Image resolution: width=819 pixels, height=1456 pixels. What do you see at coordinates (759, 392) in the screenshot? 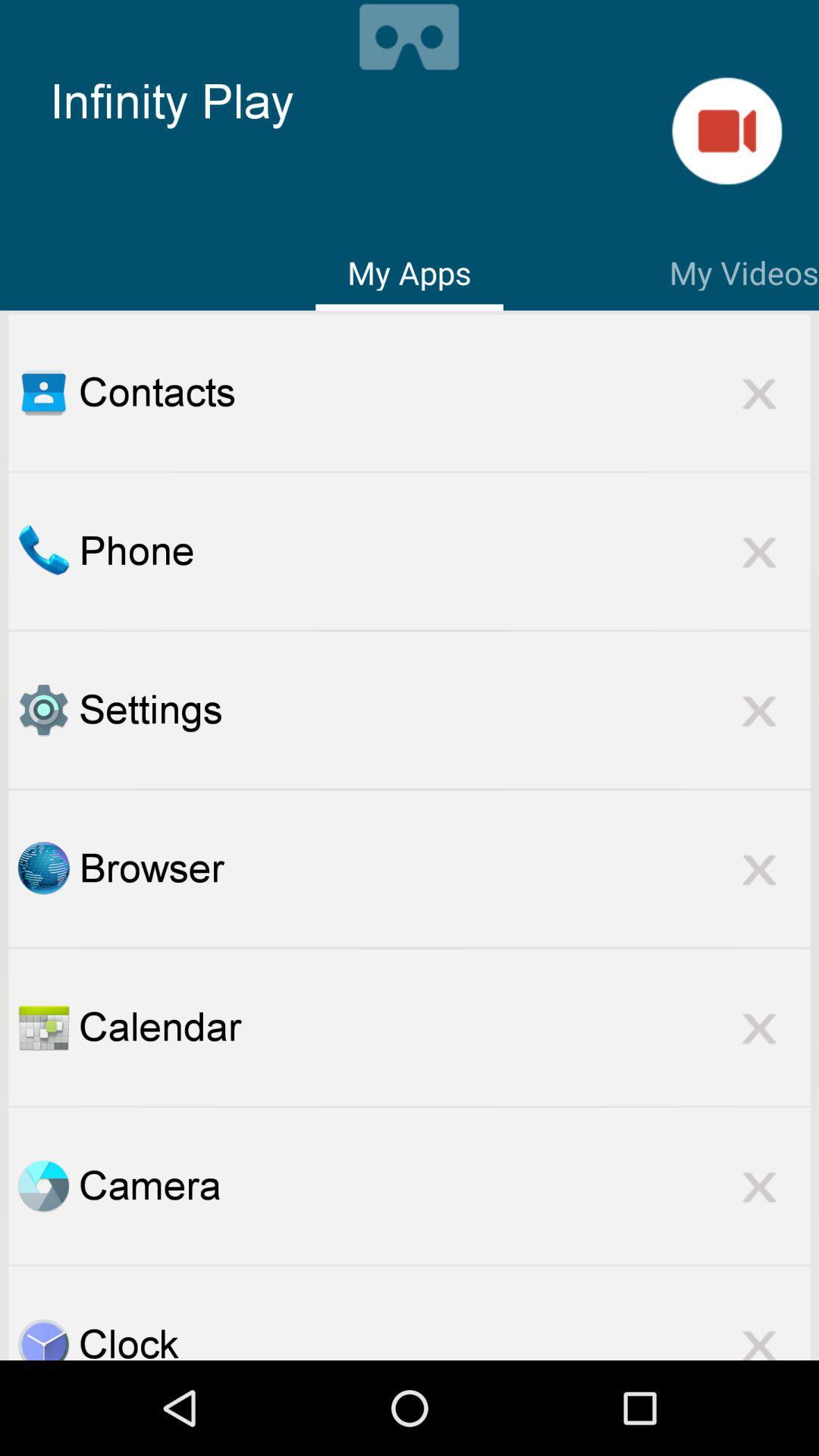
I see `closed` at bounding box center [759, 392].